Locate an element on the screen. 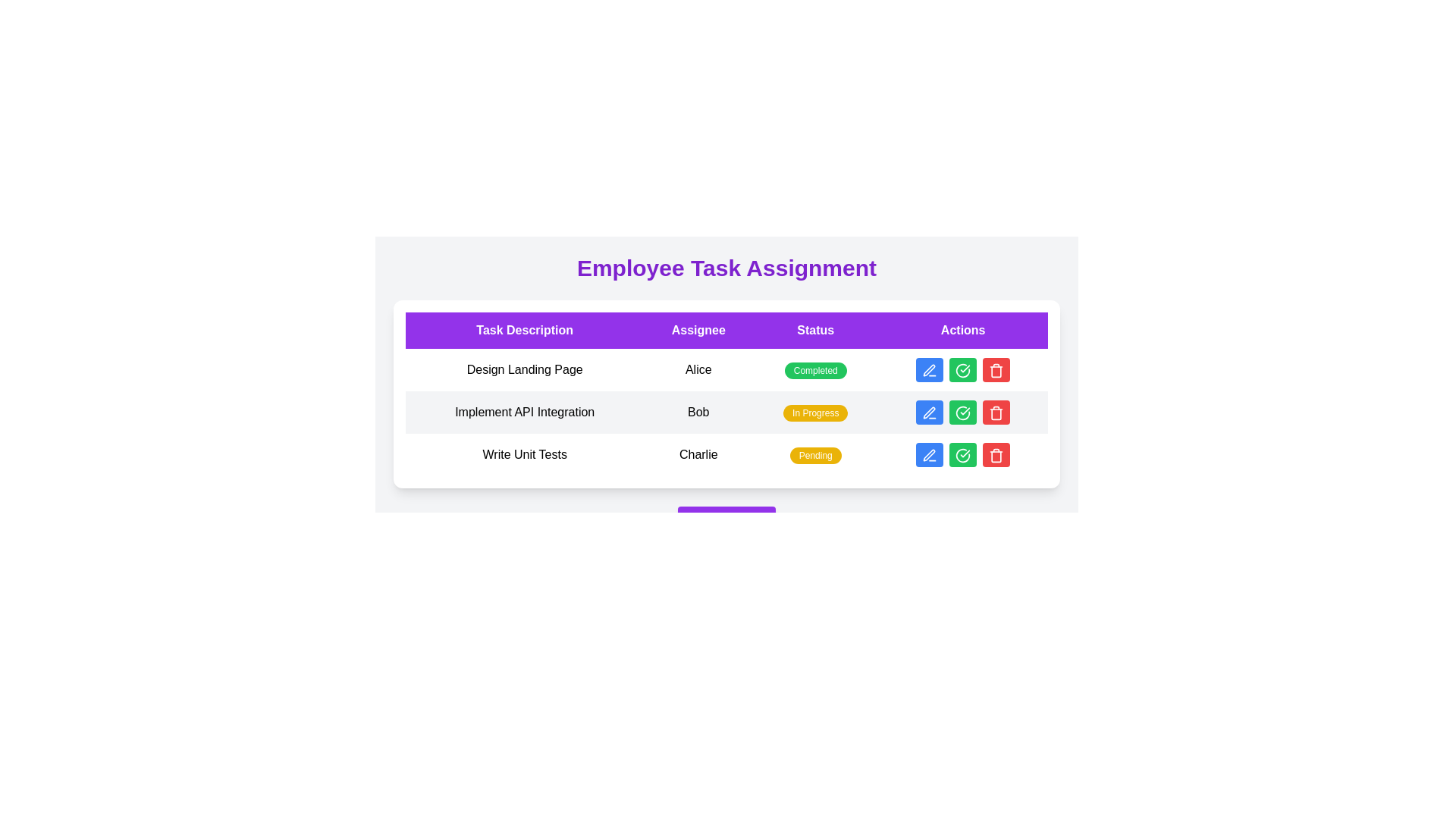  the leftmost icon button in the Actions column of the first row, which corresponds to the task assigned to Alice is located at coordinates (928, 370).